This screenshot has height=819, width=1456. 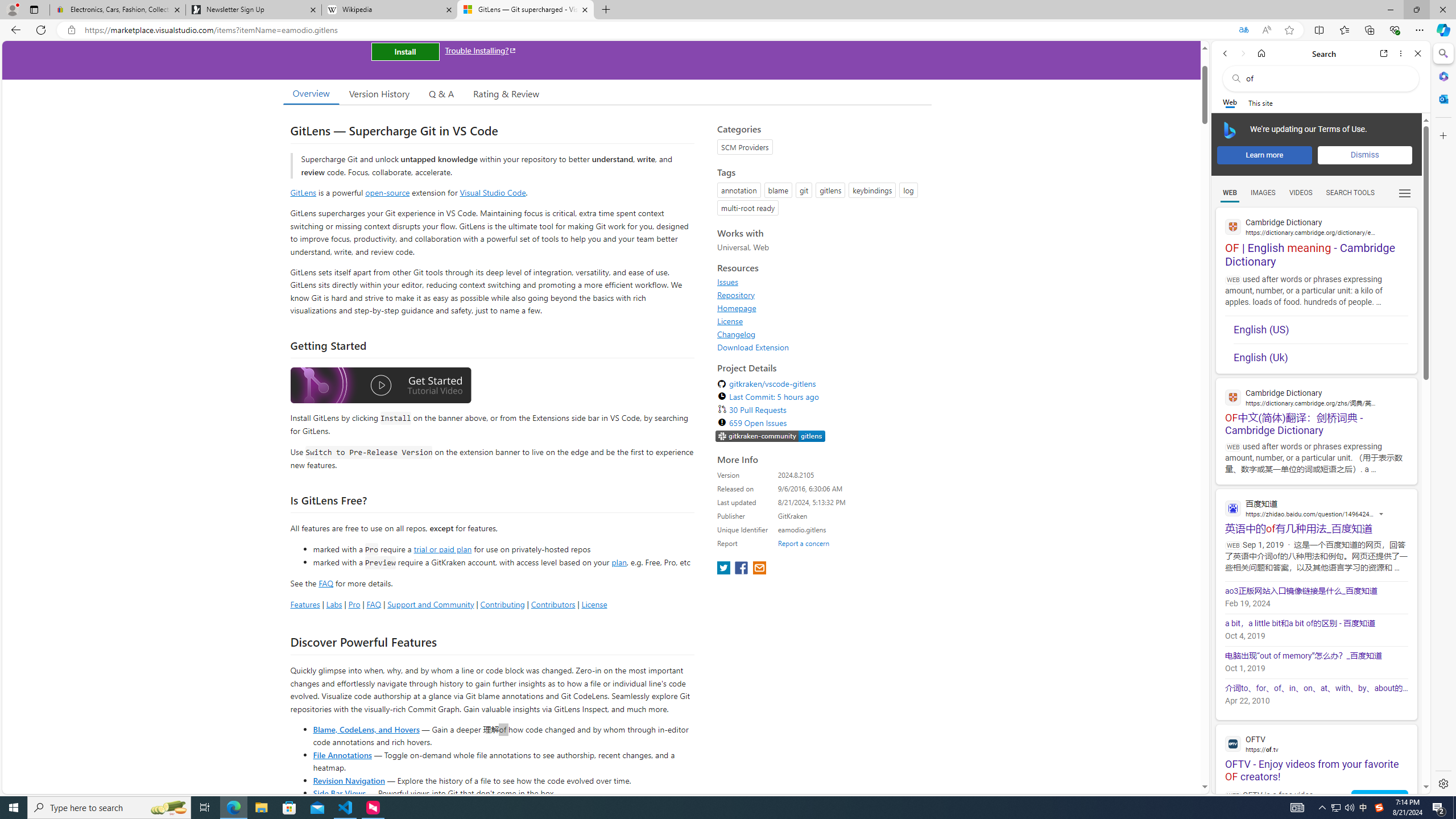 What do you see at coordinates (1381, 514) in the screenshot?
I see `'Actions for this site'` at bounding box center [1381, 514].